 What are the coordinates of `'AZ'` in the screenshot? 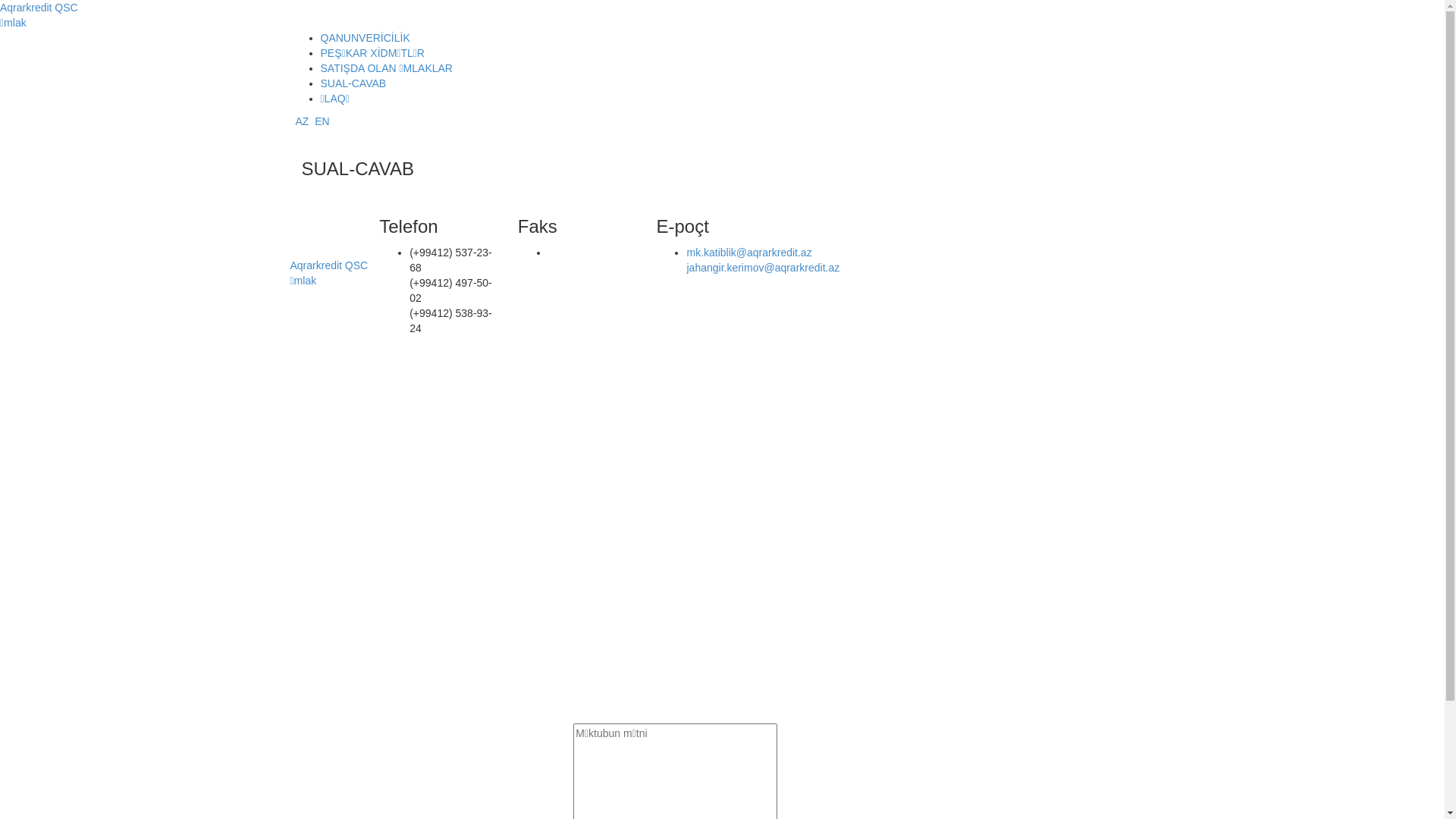 It's located at (302, 120).